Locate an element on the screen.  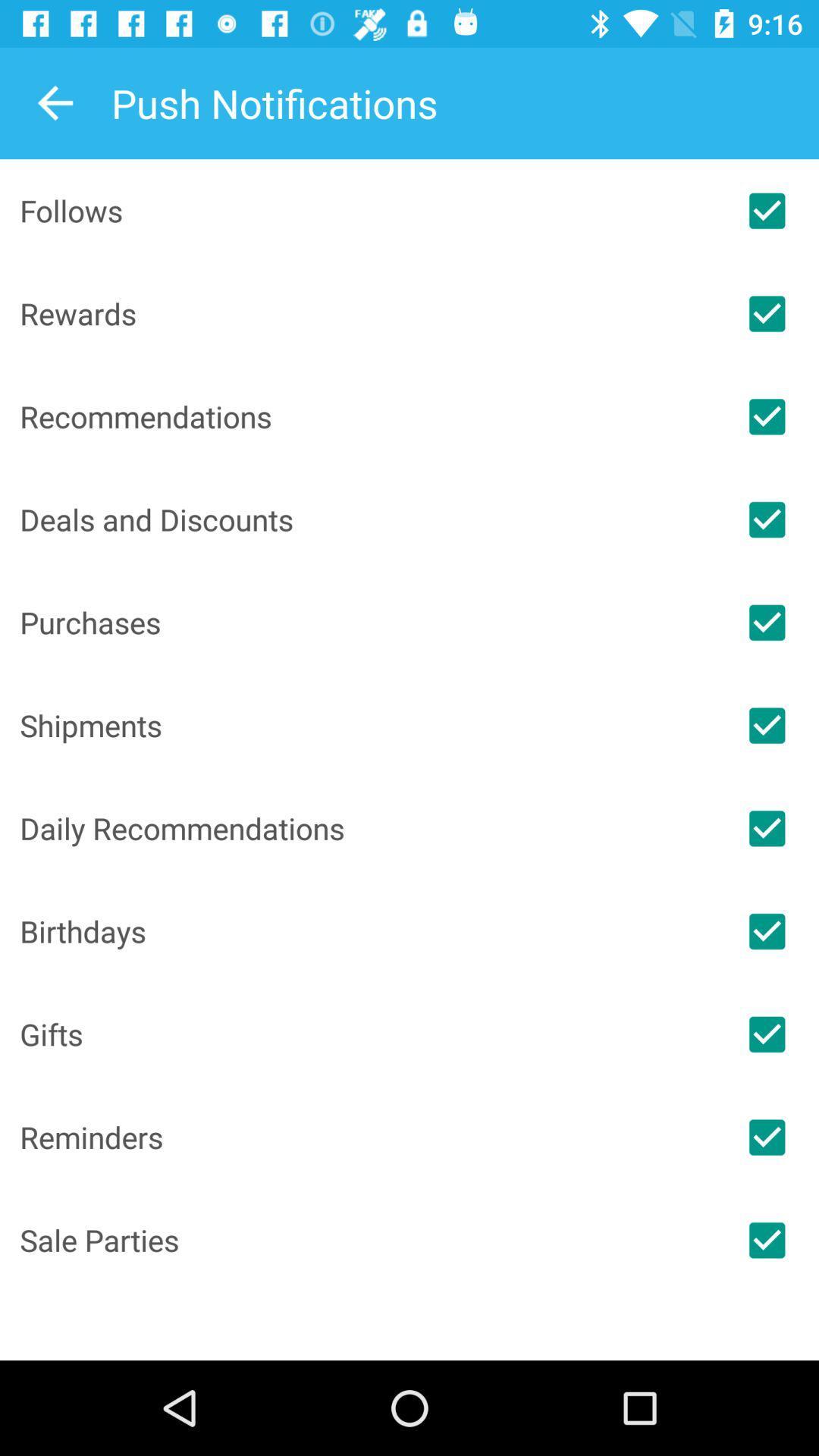
the icon to the left of the push notifications icon is located at coordinates (55, 102).